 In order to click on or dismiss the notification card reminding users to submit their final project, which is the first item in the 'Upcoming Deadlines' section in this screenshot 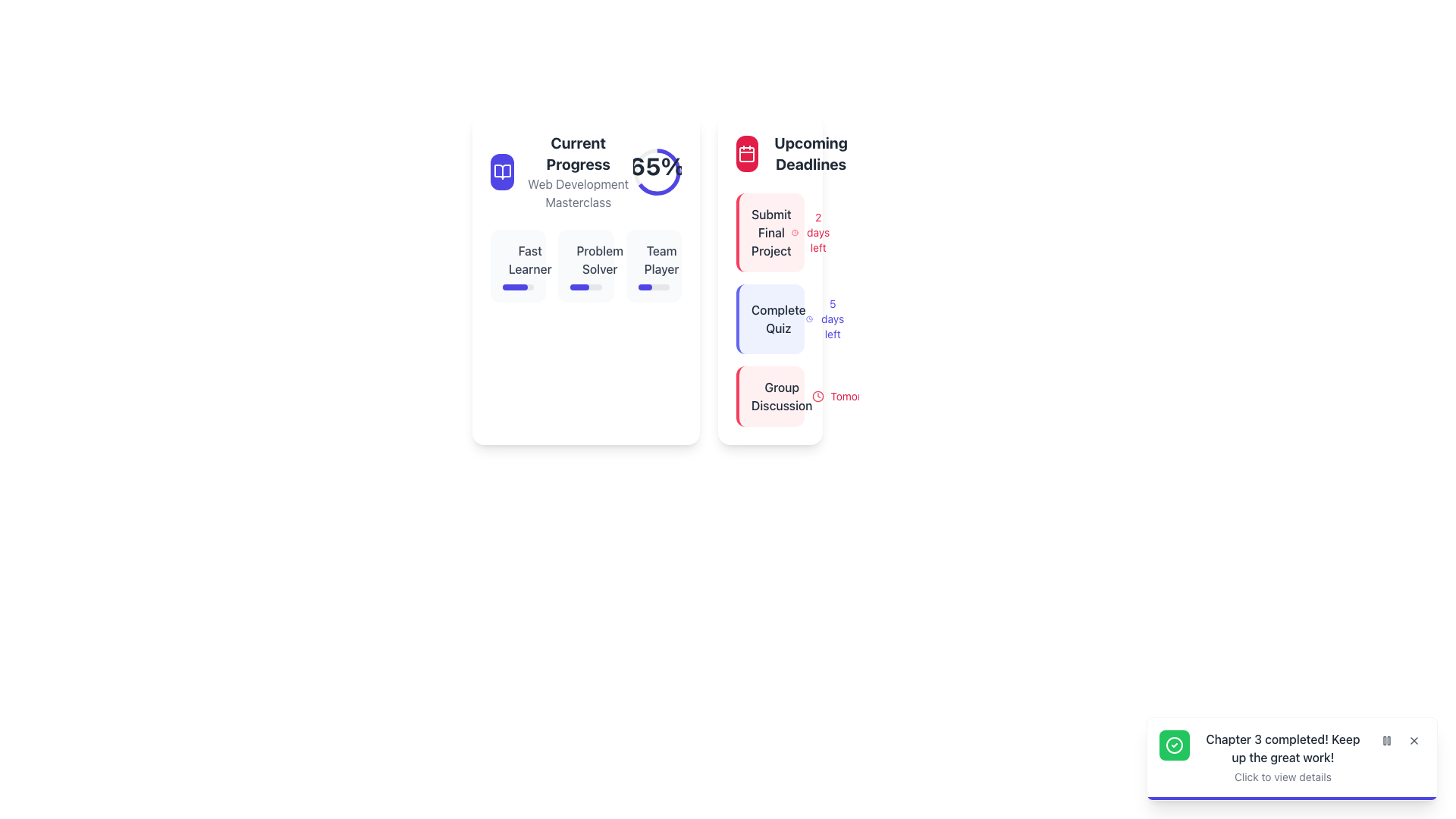, I will do `click(770, 233)`.